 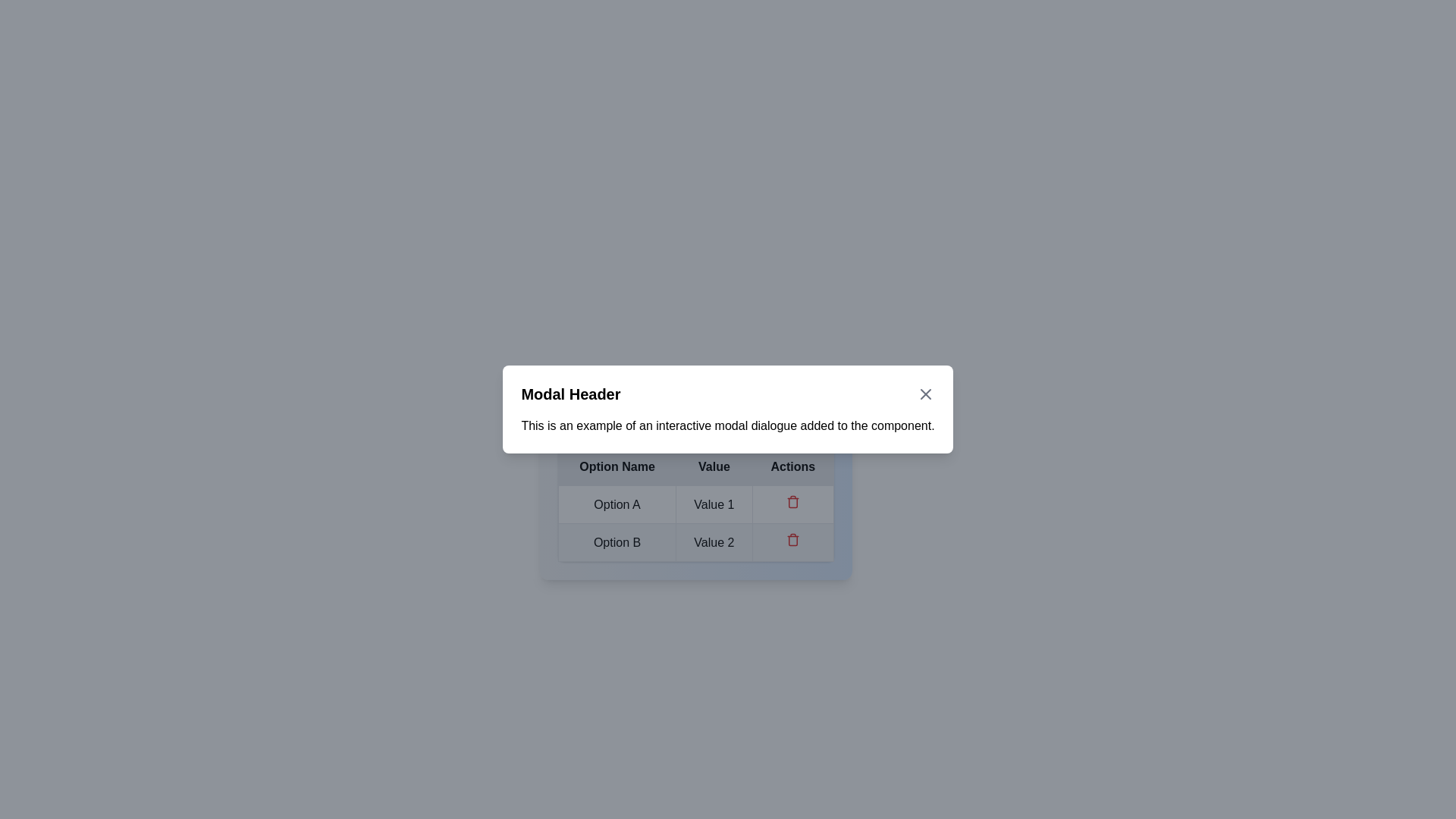 What do you see at coordinates (695, 522) in the screenshot?
I see `the 'Value 1' cell in the first row of the table within the modal dialog to interact with it` at bounding box center [695, 522].